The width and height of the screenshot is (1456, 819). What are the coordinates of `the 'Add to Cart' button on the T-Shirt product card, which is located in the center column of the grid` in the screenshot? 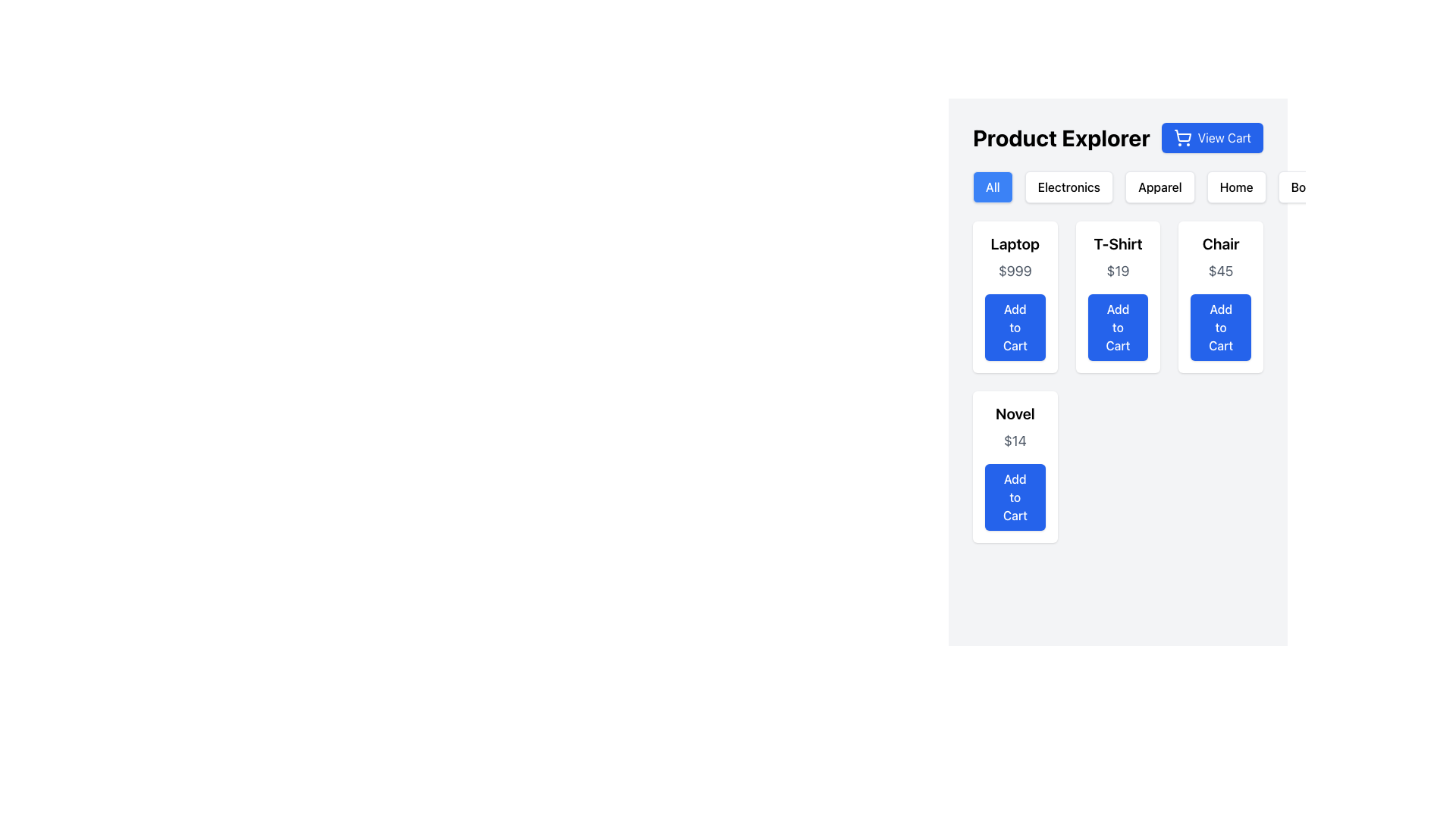 It's located at (1117, 297).